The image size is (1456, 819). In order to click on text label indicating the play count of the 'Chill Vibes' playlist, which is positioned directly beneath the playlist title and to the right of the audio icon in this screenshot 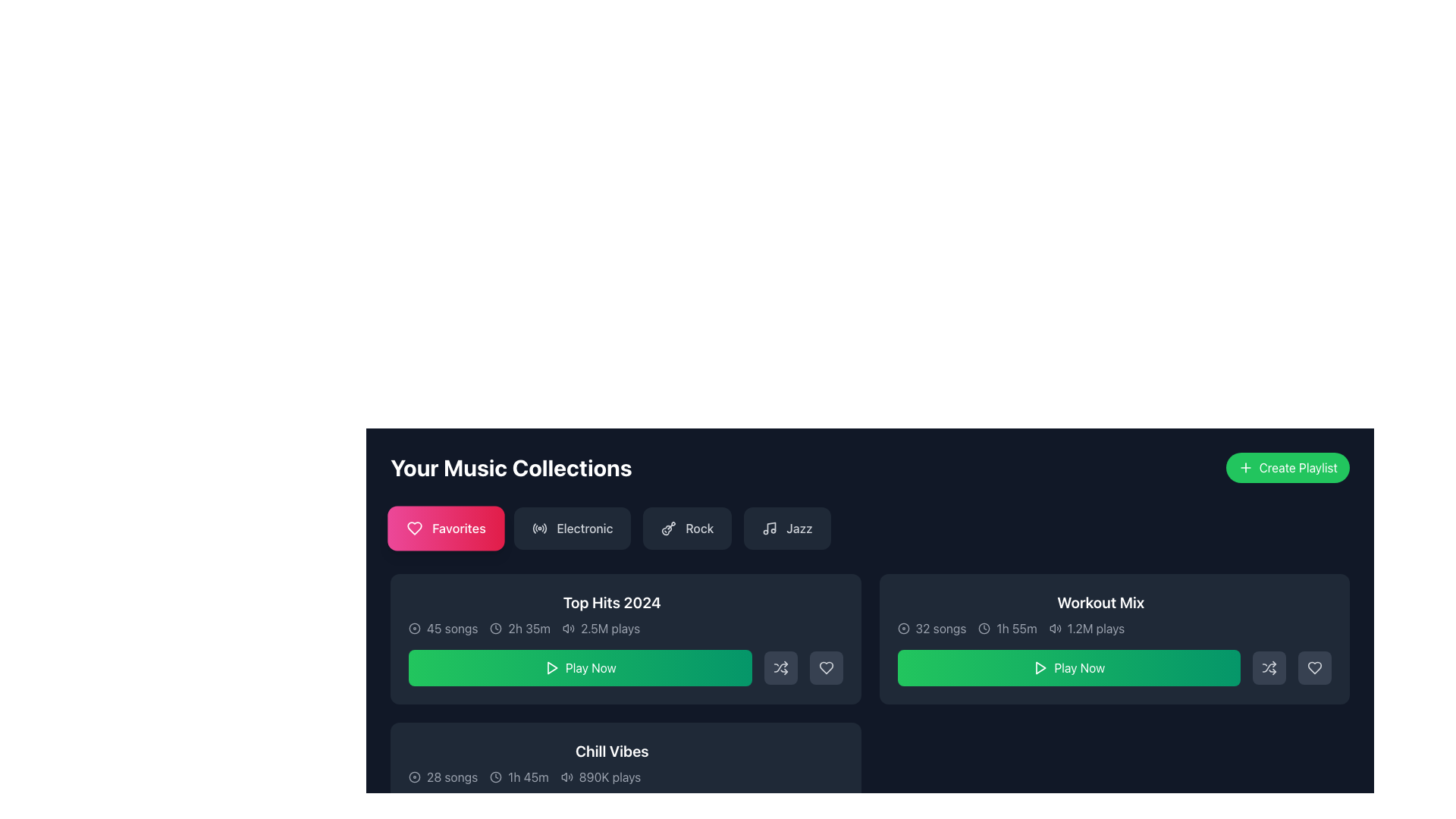, I will do `click(610, 777)`.